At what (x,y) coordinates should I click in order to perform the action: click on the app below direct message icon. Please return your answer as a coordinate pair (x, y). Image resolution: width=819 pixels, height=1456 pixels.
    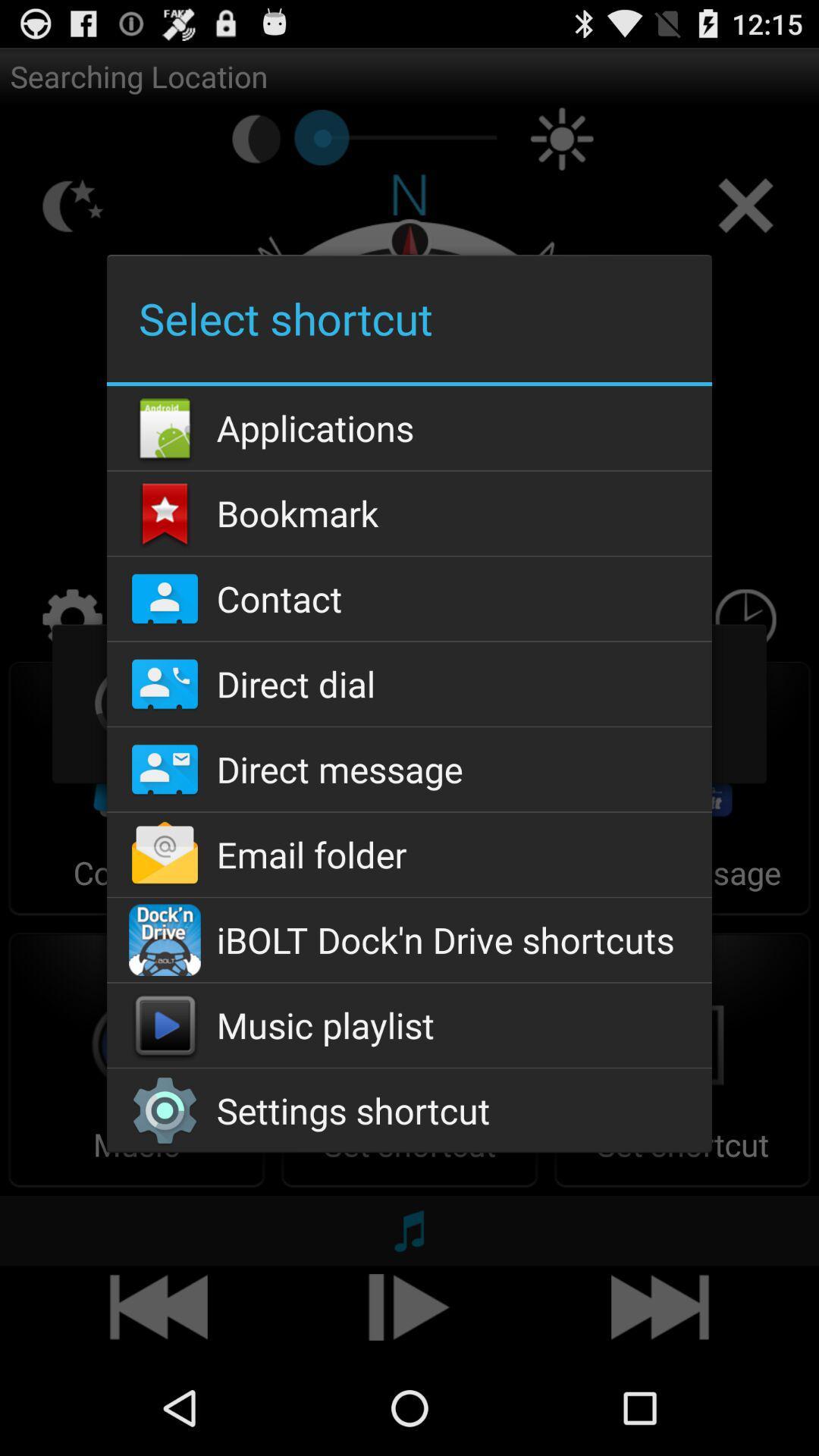
    Looking at the image, I should click on (409, 855).